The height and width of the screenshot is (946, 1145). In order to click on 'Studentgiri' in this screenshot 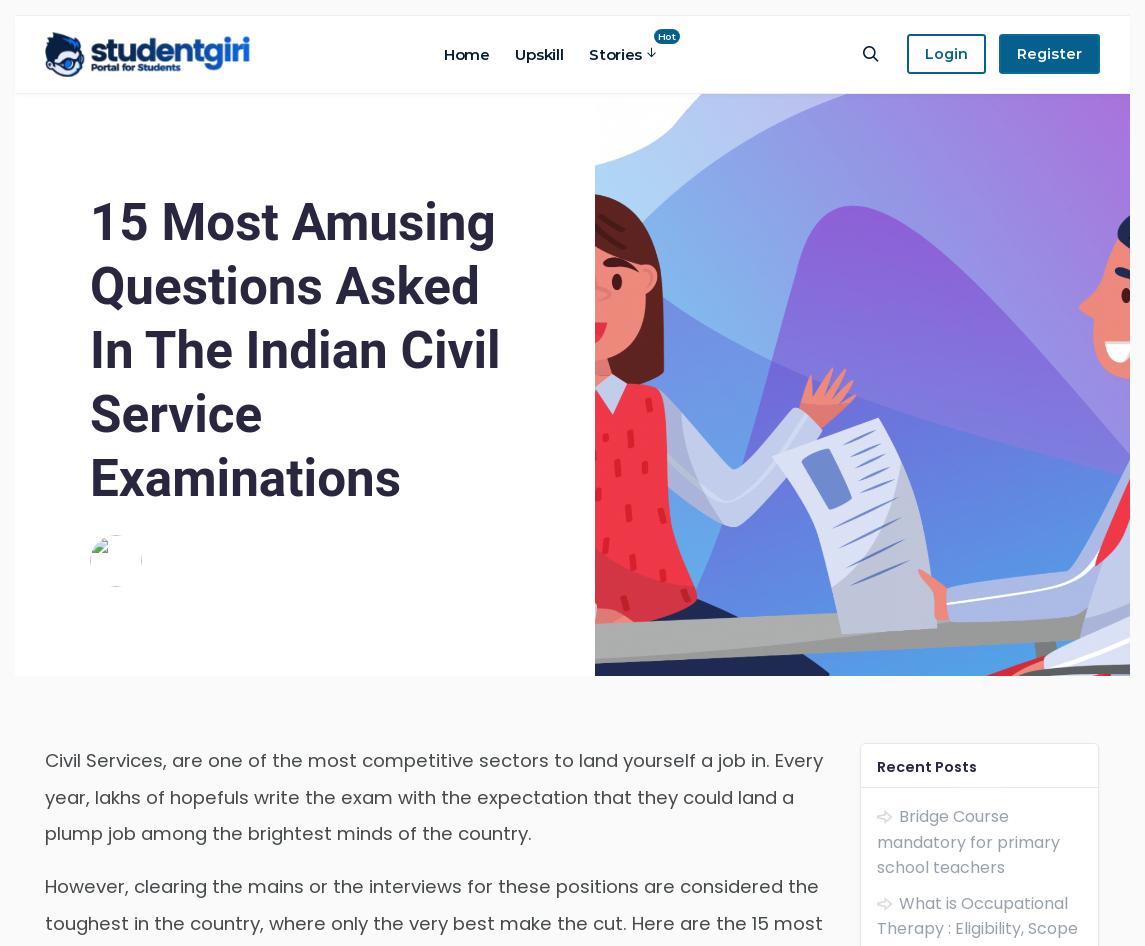, I will do `click(196, 547)`.